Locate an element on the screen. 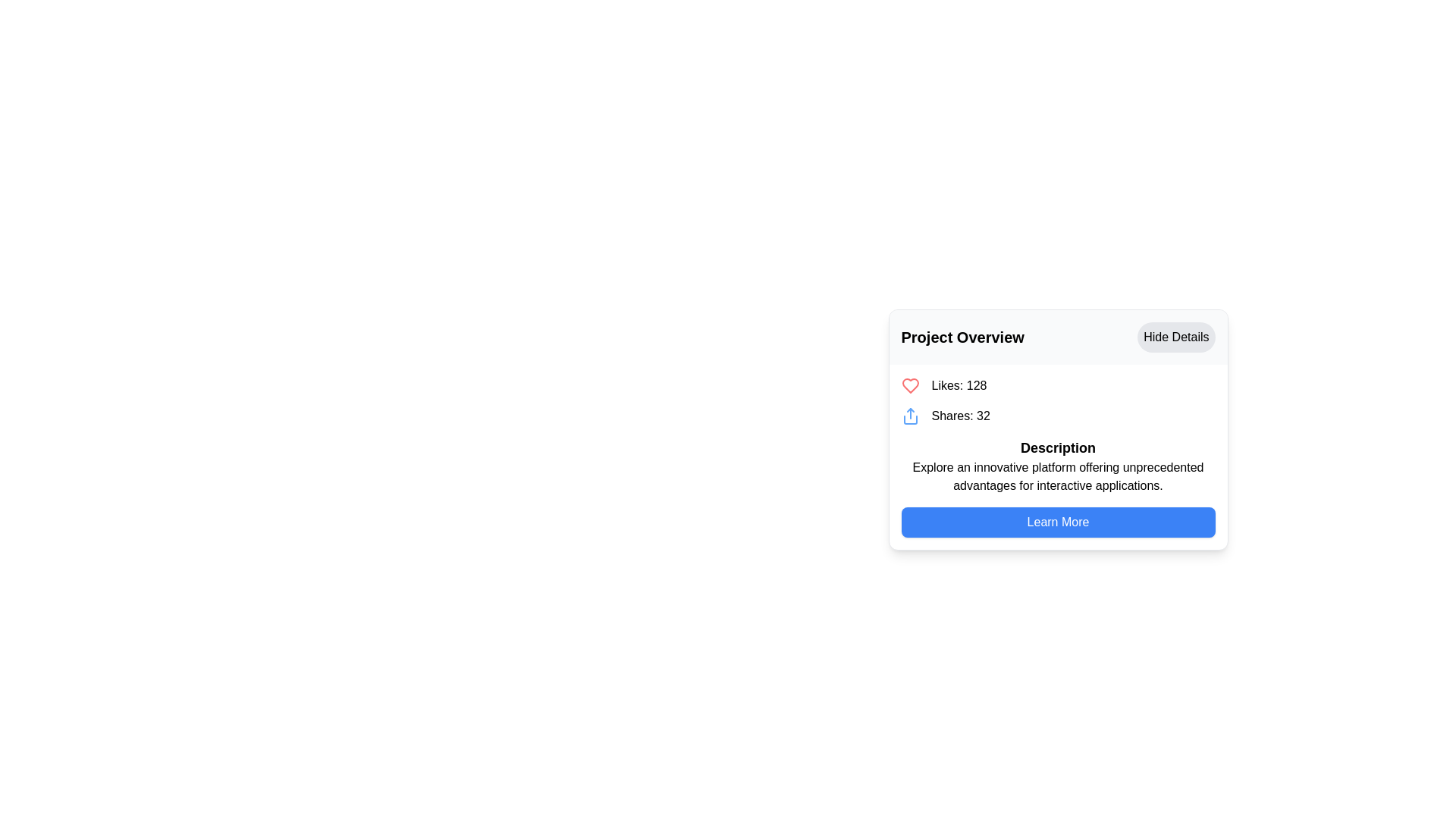 This screenshot has height=819, width=1456. the rectangular button with a blue background and white text labeled 'Learn More' is located at coordinates (1057, 522).